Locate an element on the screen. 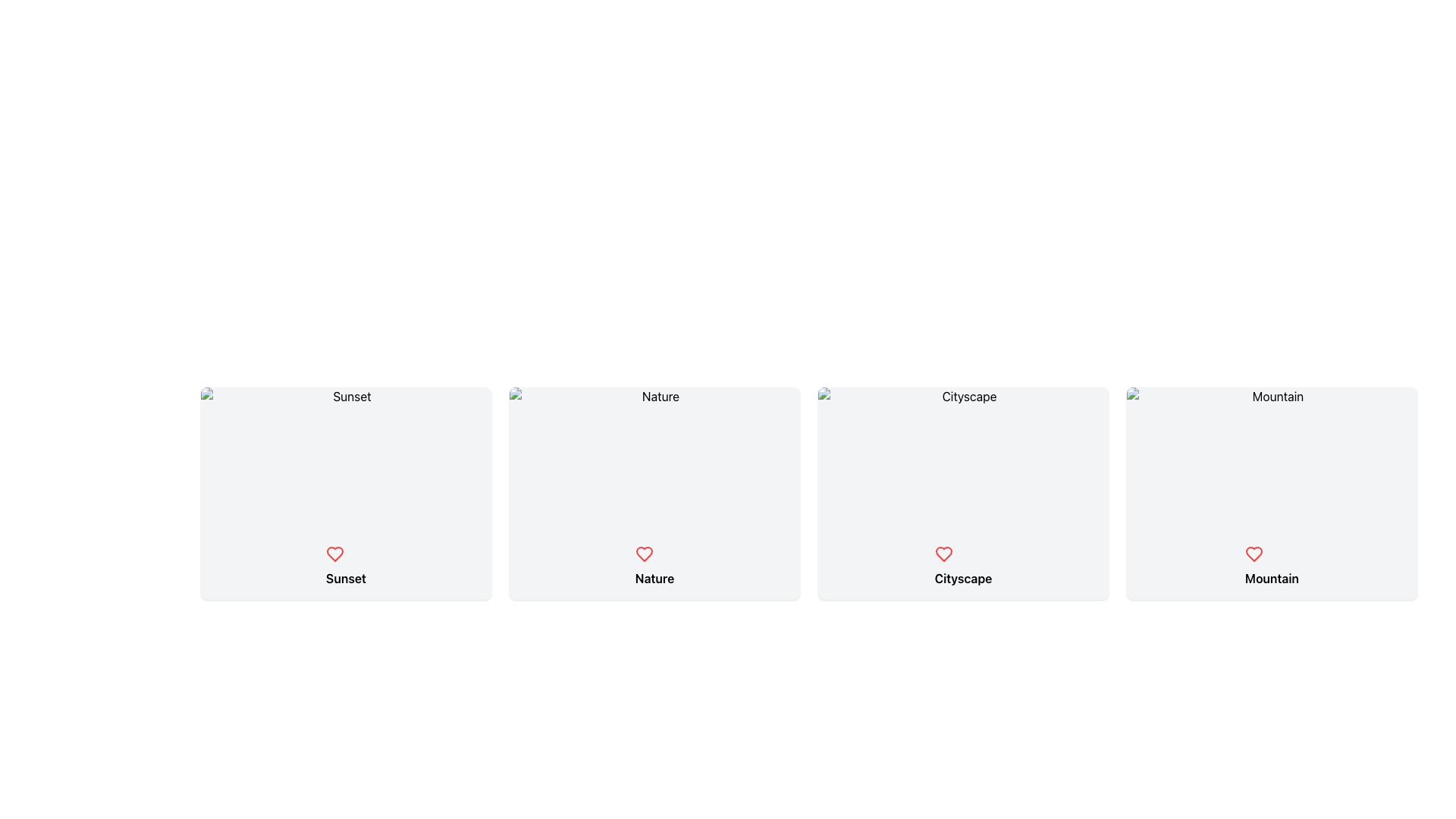 This screenshot has width=1456, height=819. the liking icon at the bottom center of the 'Mountain' card is located at coordinates (1254, 554).